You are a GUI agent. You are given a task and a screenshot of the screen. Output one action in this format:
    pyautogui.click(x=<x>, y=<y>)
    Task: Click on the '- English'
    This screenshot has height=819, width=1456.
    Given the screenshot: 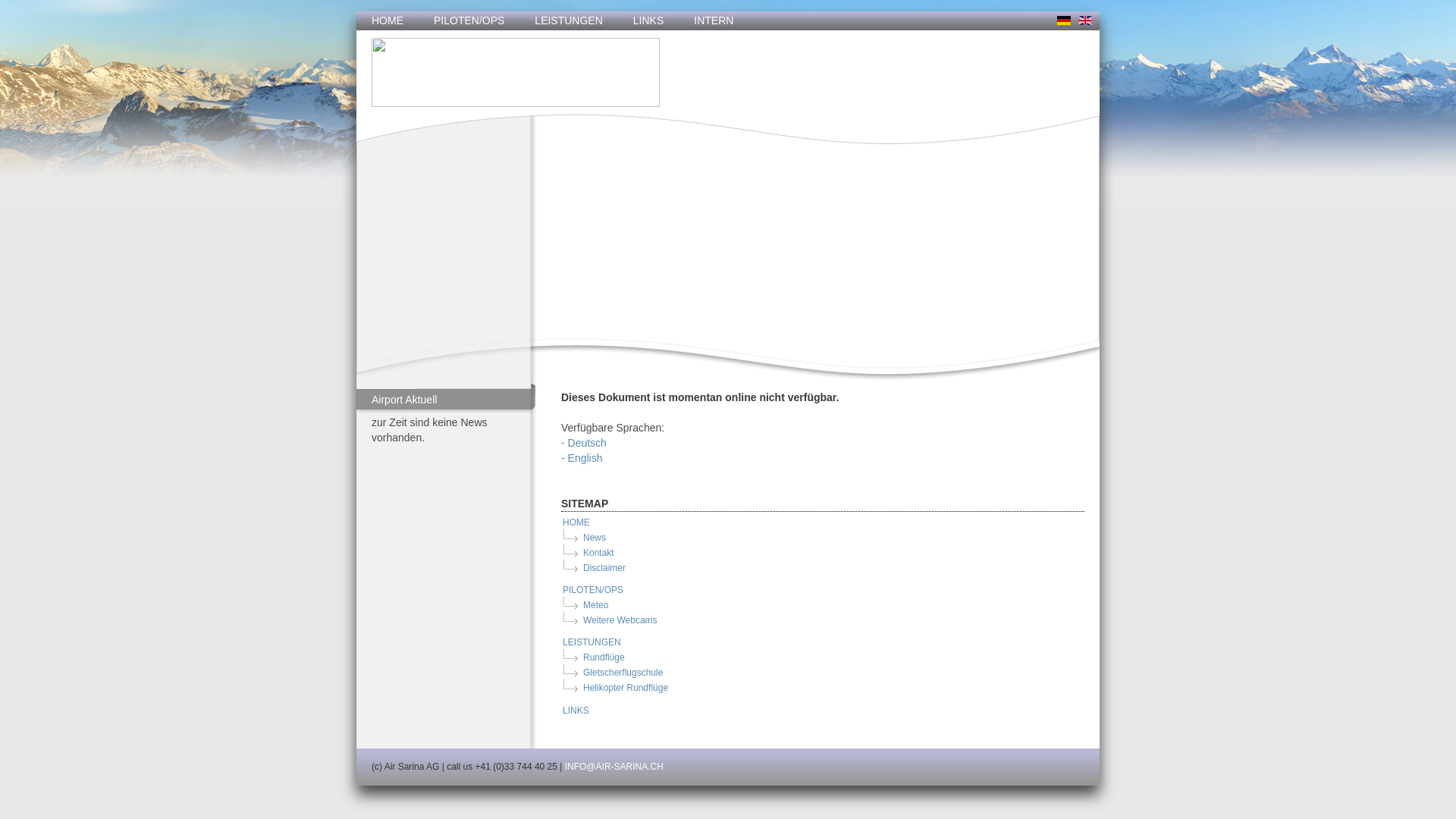 What is the action you would take?
    pyautogui.click(x=581, y=457)
    